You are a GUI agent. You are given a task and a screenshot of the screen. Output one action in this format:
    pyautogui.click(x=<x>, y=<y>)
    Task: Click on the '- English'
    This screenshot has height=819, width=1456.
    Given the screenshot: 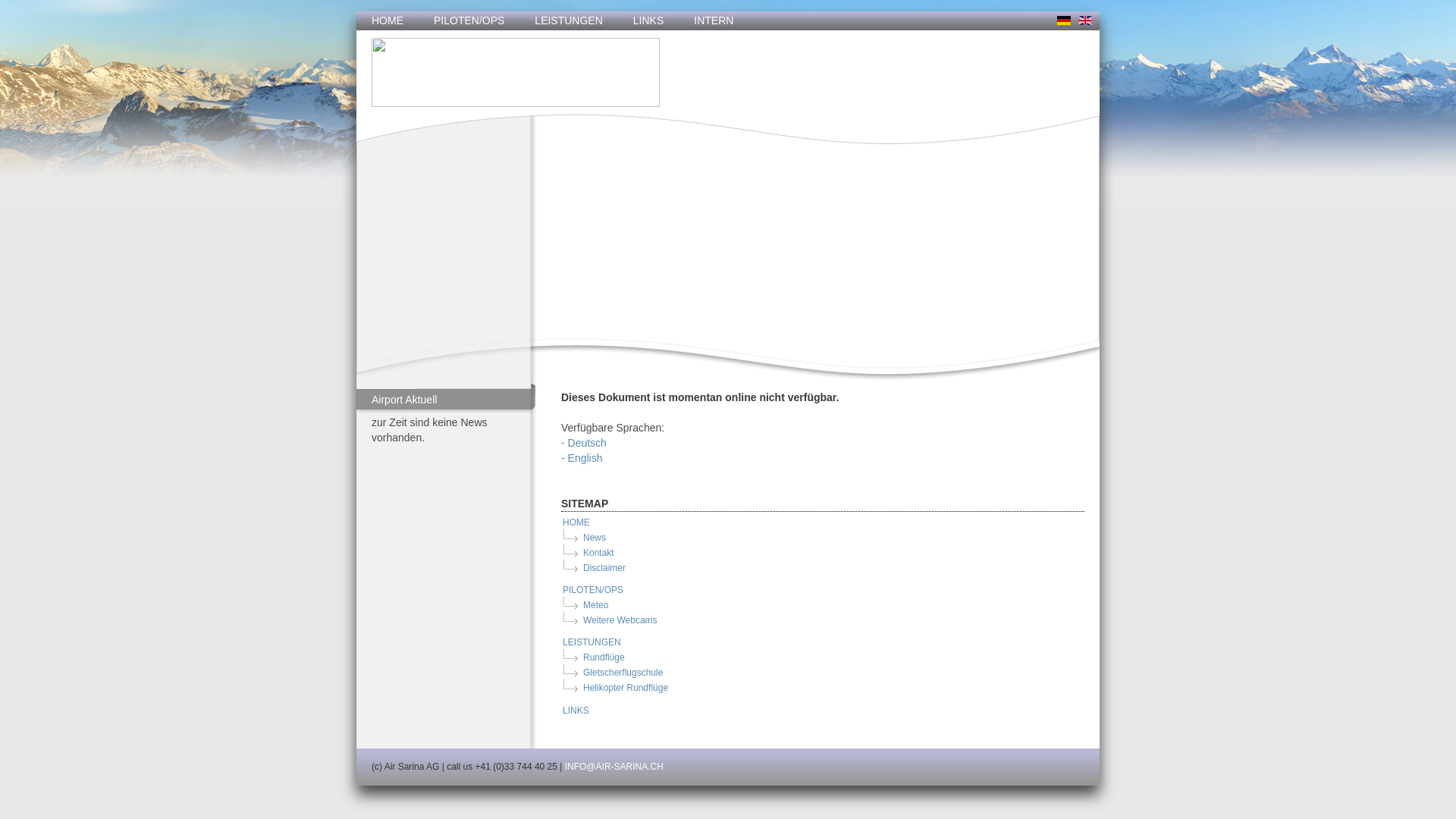 What is the action you would take?
    pyautogui.click(x=581, y=457)
    